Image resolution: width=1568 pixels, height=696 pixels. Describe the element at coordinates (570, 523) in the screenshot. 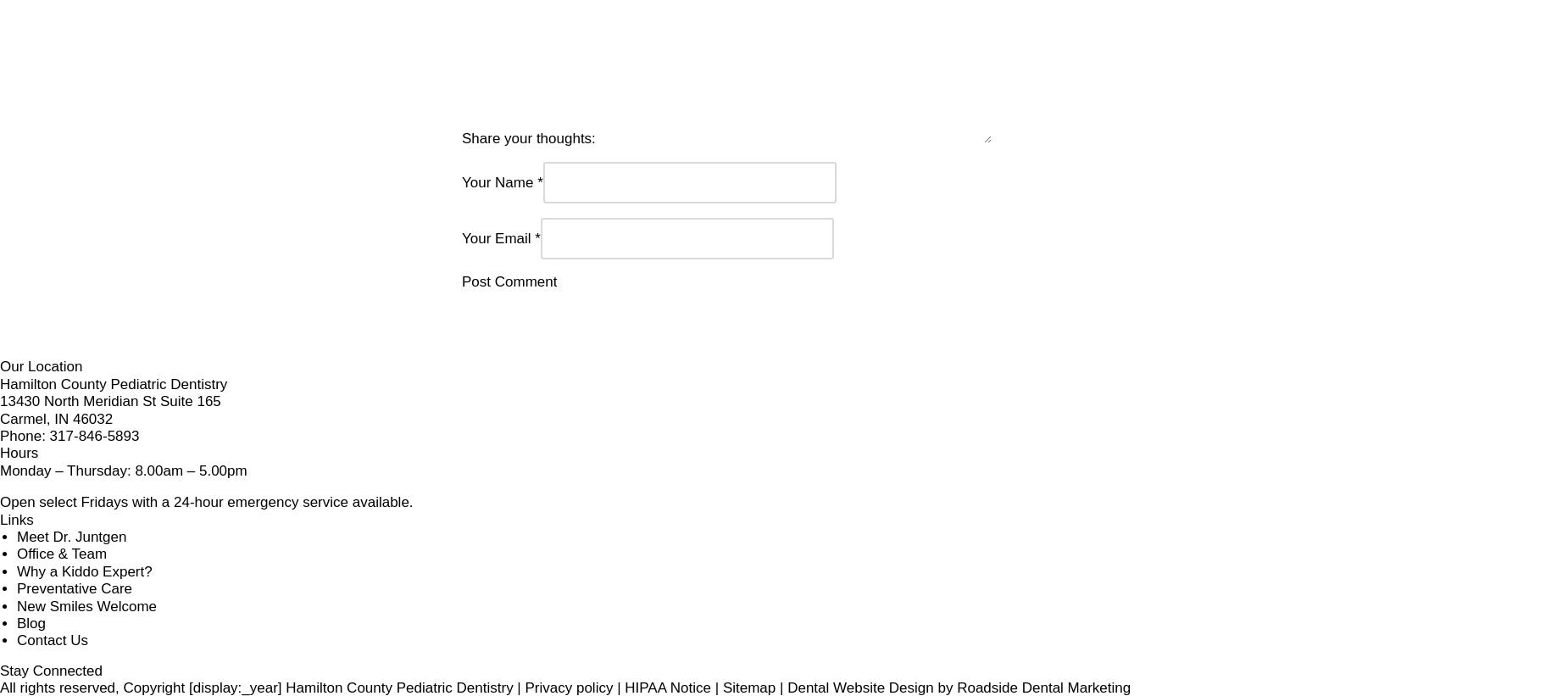

I see `'Monday – Thursday: 8.00am – 5.00pm'` at that location.